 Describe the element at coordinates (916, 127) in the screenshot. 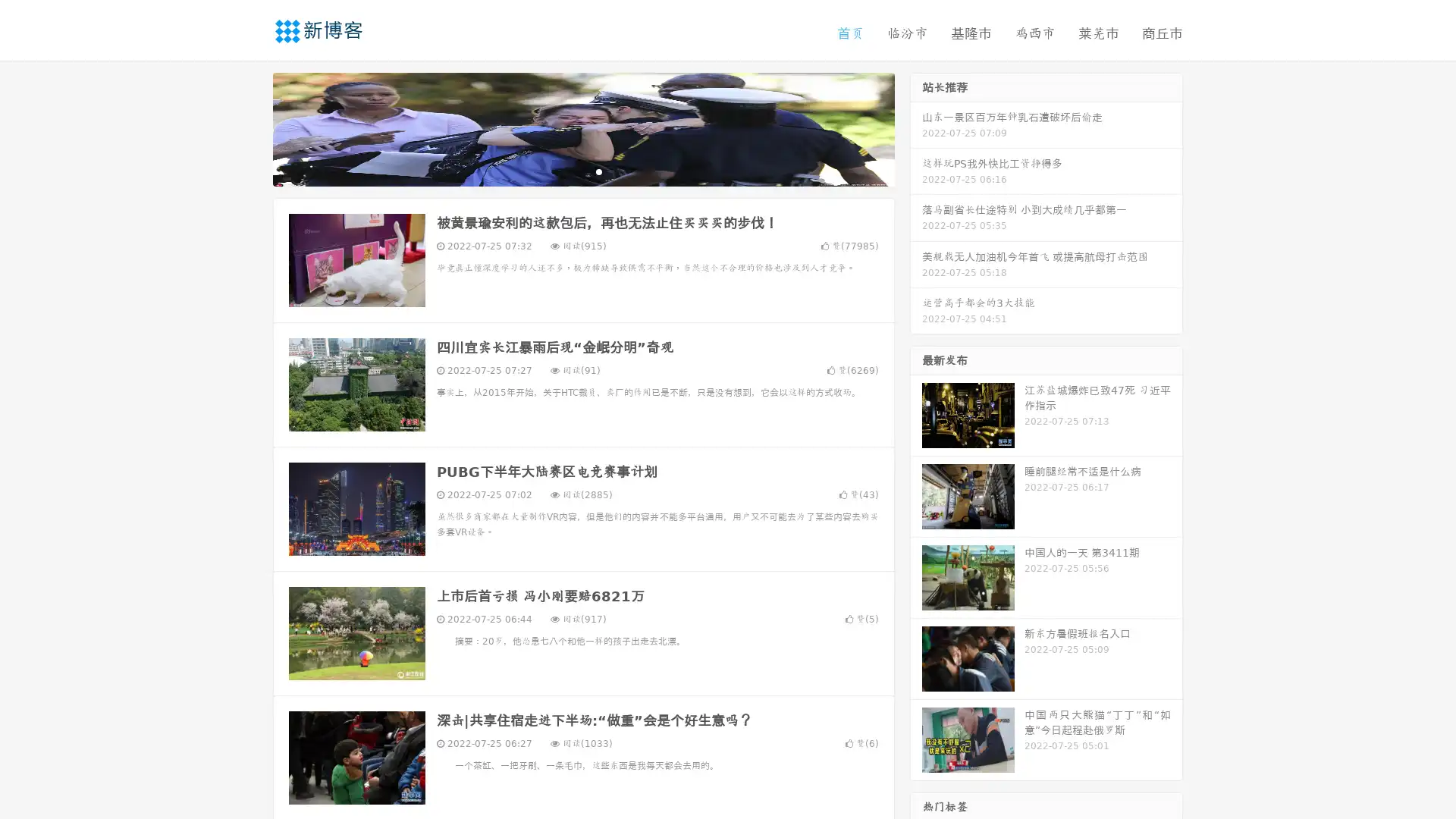

I see `Next slide` at that location.